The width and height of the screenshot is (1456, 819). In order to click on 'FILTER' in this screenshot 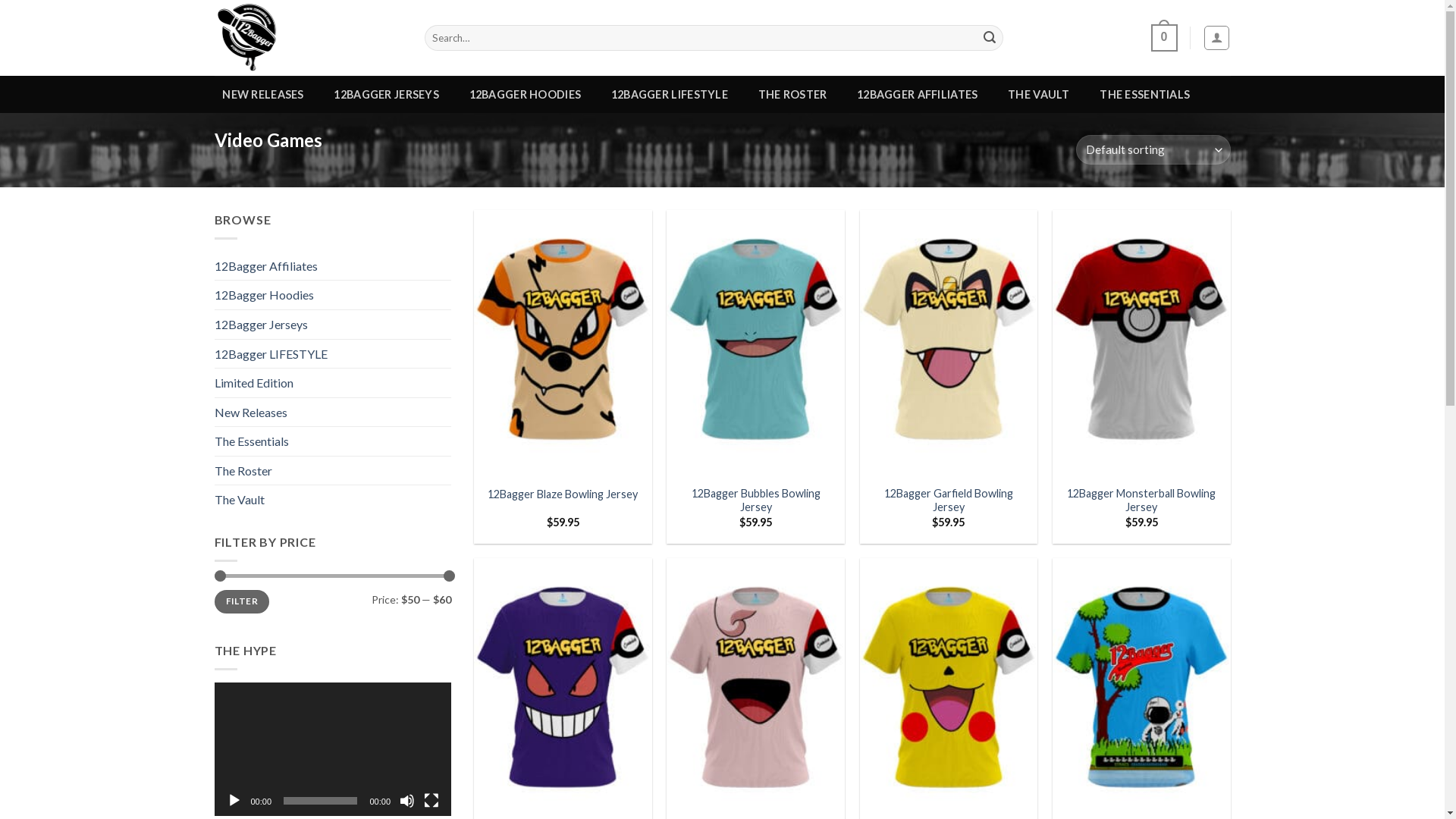, I will do `click(240, 601)`.